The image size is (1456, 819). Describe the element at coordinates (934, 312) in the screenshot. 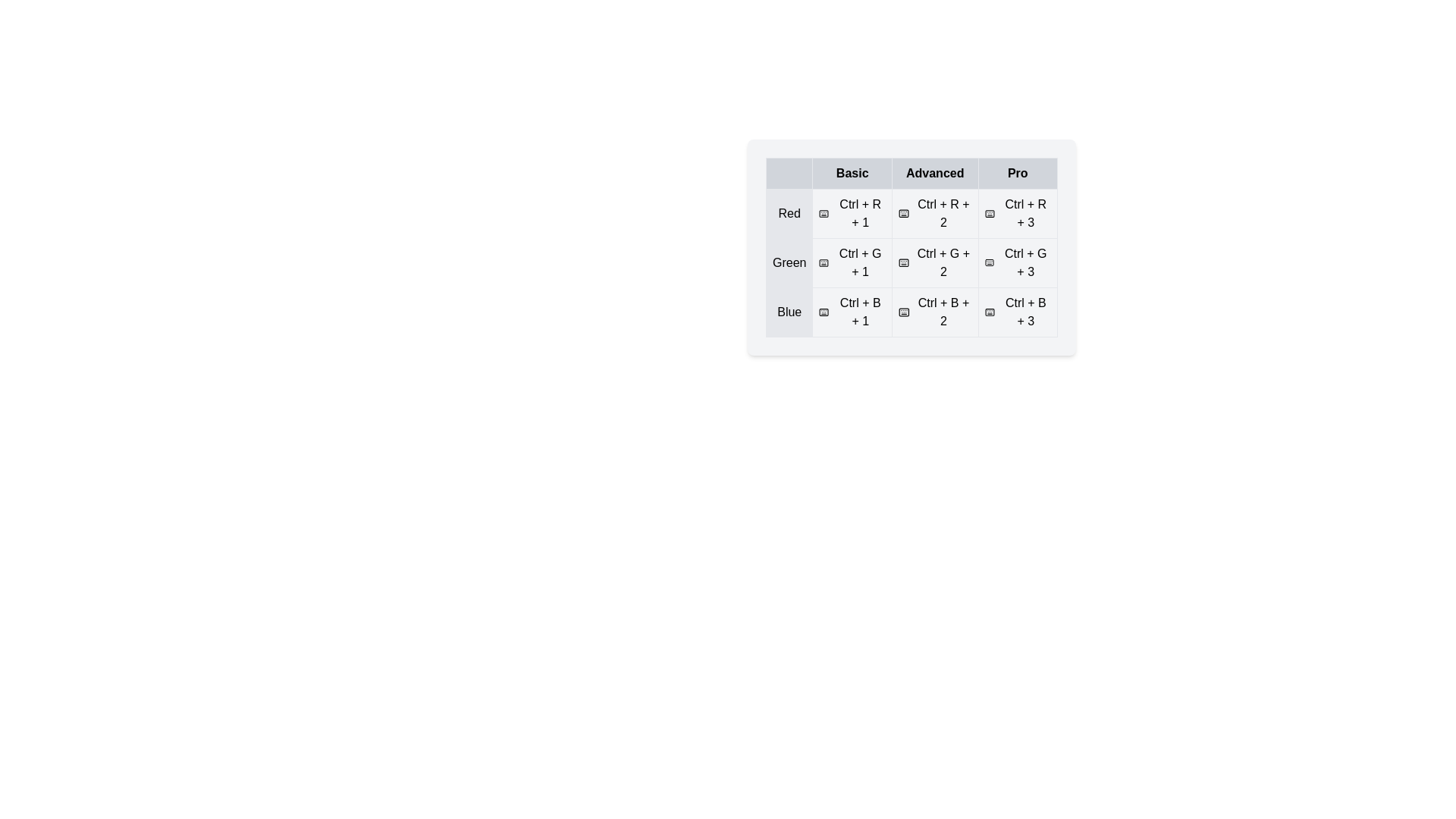

I see `the Static Display Text with Icon displaying the keyboard shortcut (Ctrl + B + 2) located in the third row (Blue) and second column (Advanced) of the table` at that location.